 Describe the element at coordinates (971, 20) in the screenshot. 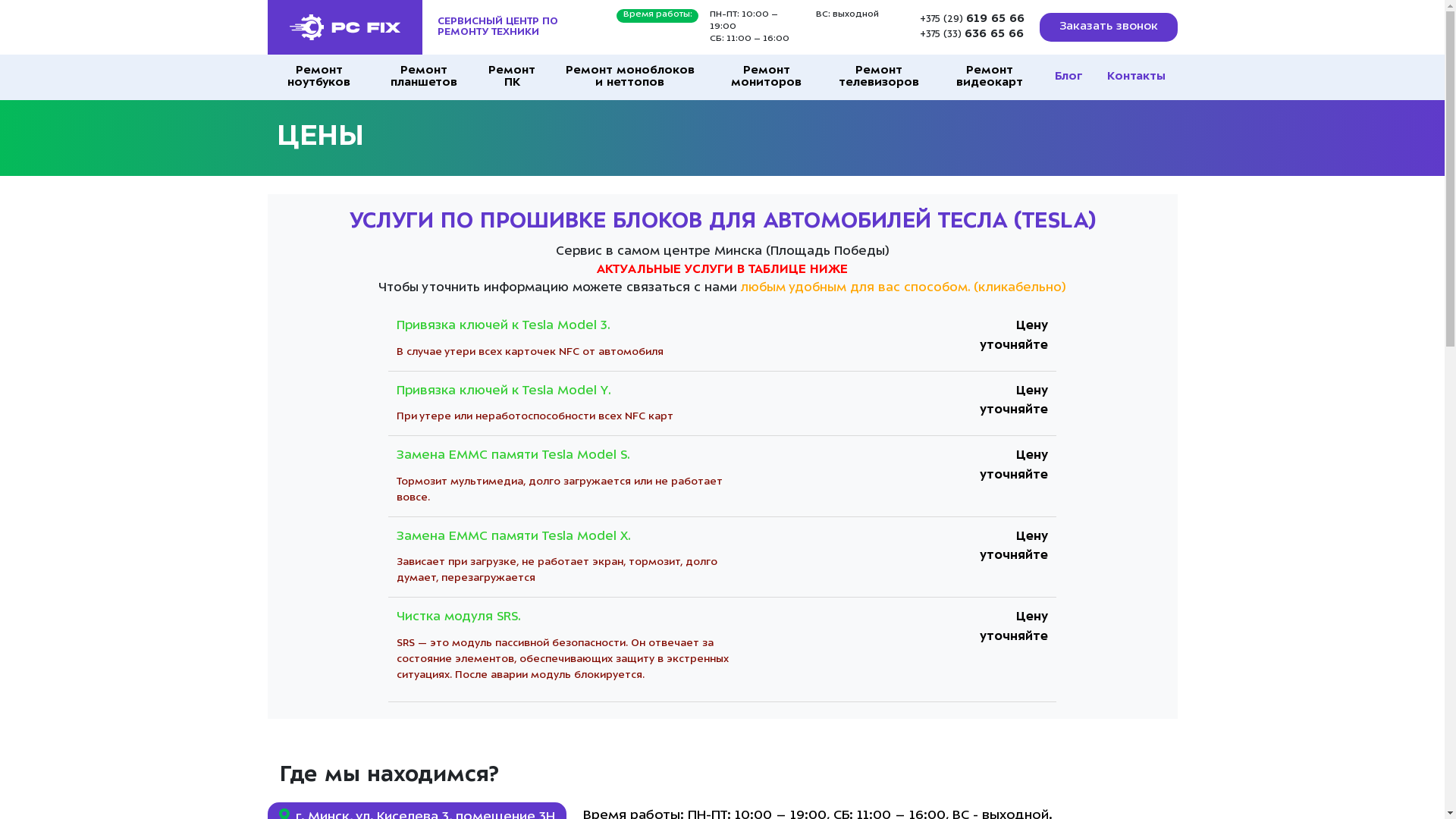

I see `'+375 (29) 619 65 66'` at that location.